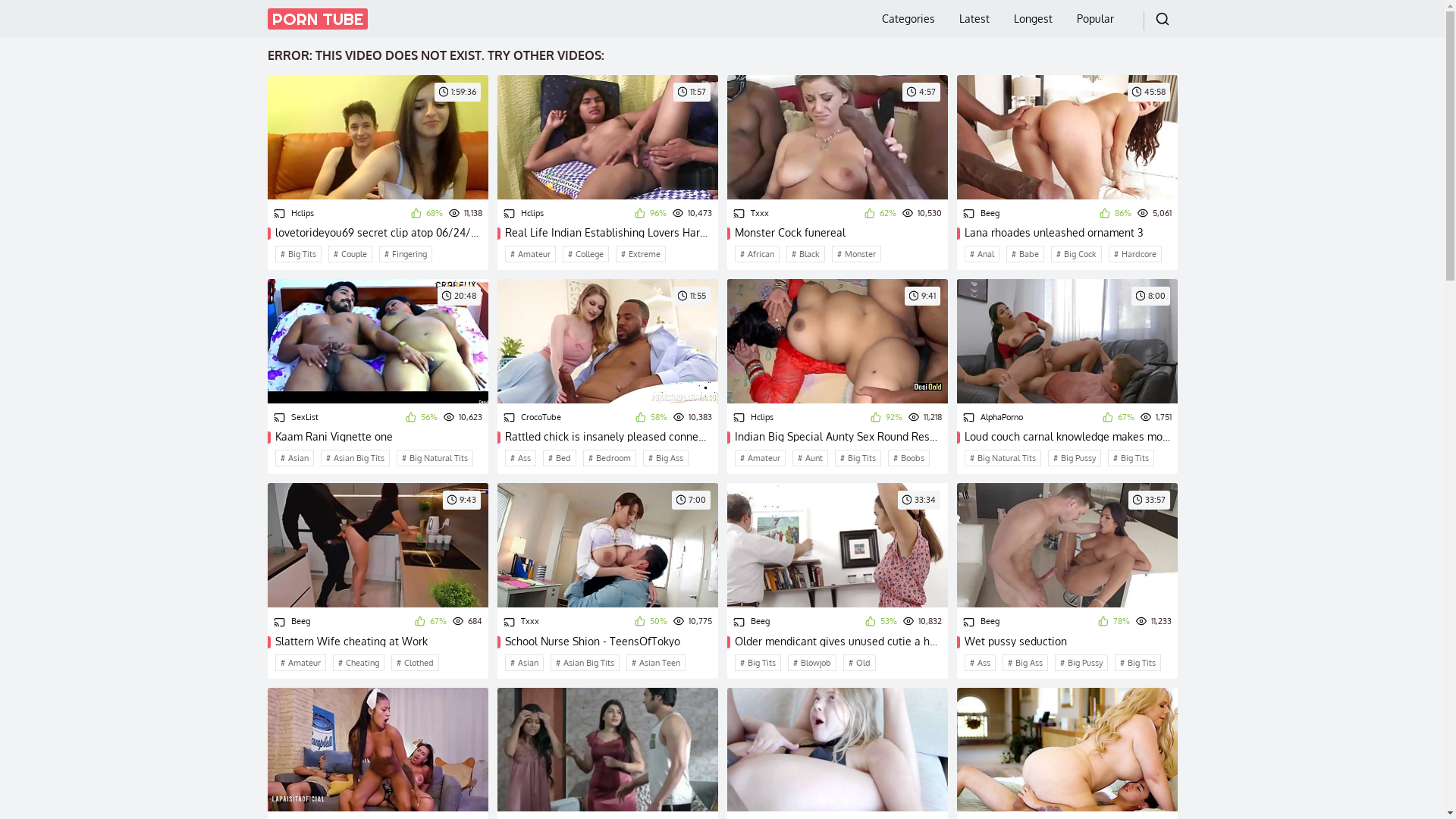  I want to click on 'Babe', so click(1024, 253).